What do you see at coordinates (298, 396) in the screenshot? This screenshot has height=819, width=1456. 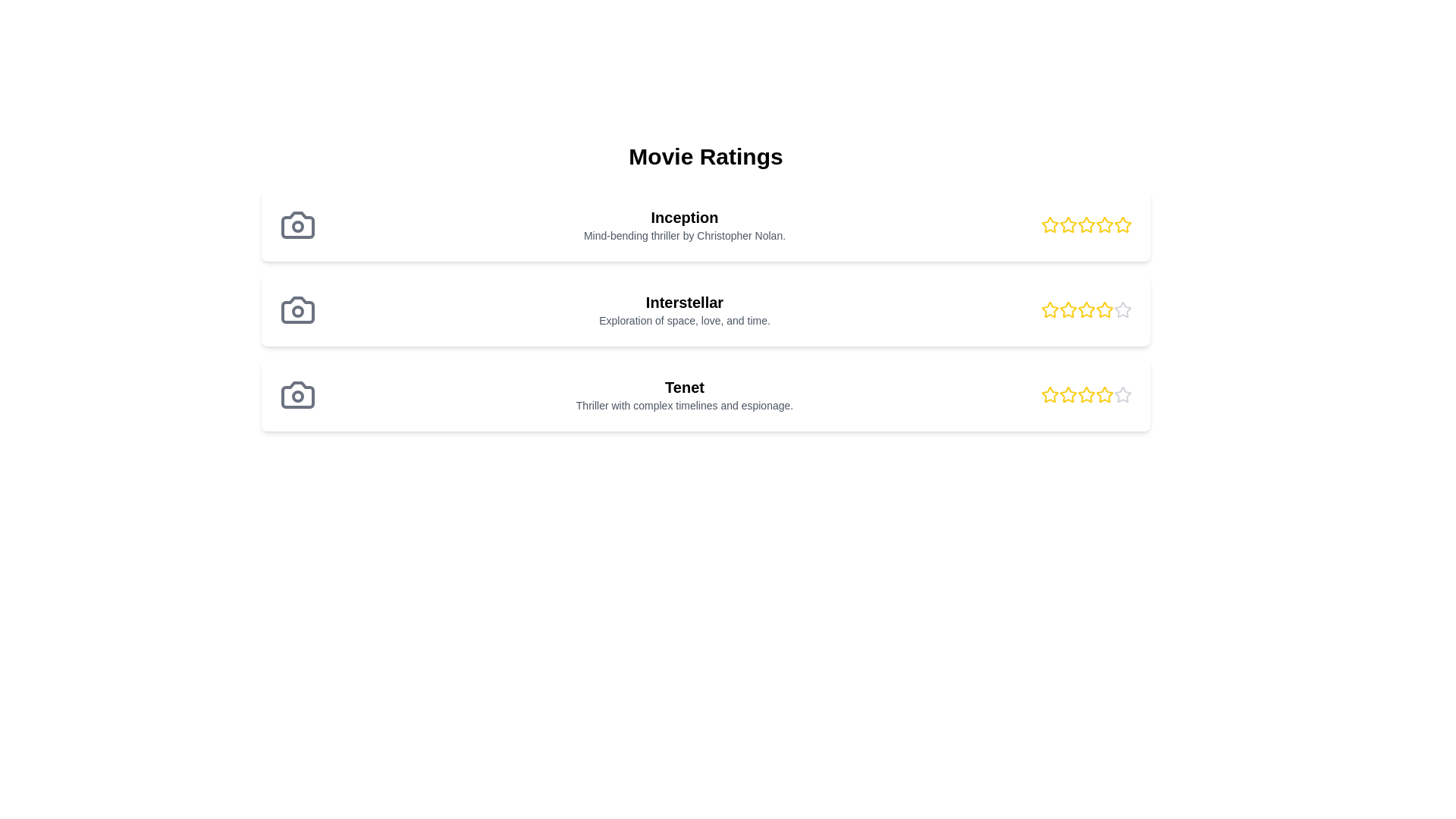 I see `the lens portion of the third camera icon from the top, which is located to the left of the 'Tenet' movie entry` at bounding box center [298, 396].